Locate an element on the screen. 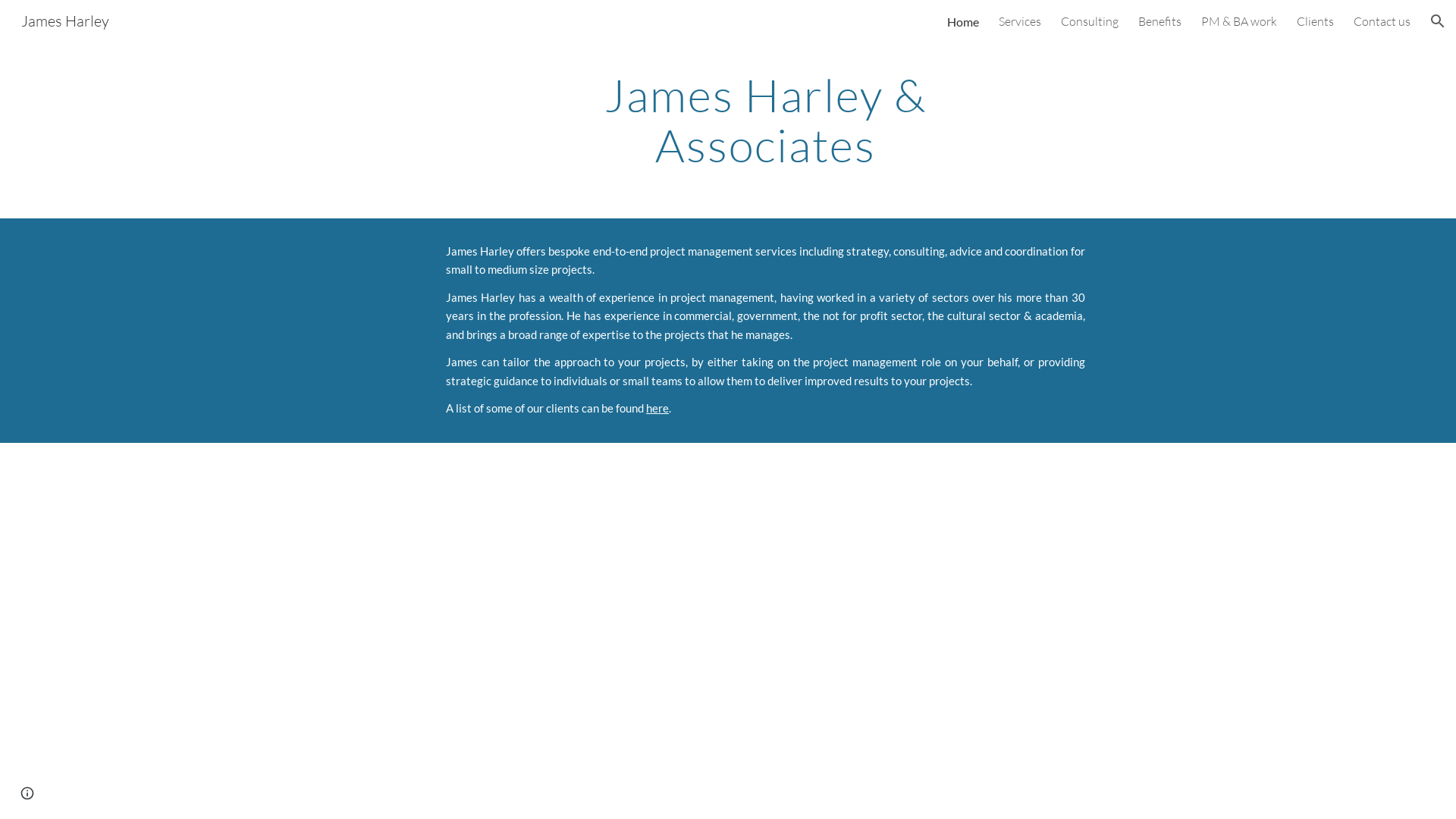 Image resolution: width=1456 pixels, height=819 pixels. 'Consulting' is located at coordinates (1059, 20).